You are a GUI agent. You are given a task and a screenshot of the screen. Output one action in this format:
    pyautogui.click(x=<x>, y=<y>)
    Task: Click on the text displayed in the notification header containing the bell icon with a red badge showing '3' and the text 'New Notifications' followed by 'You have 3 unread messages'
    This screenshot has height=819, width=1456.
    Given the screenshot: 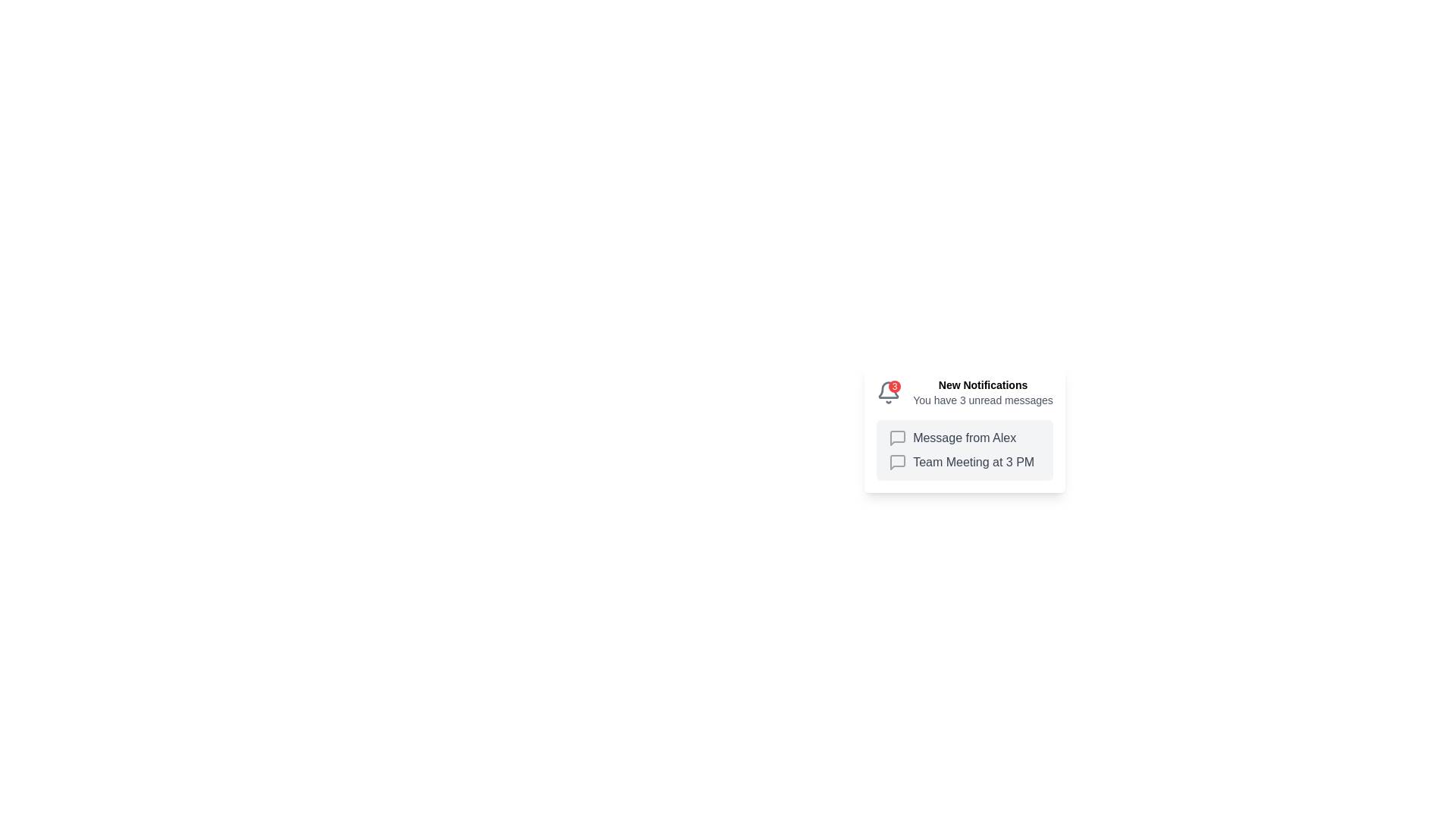 What is the action you would take?
    pyautogui.click(x=964, y=391)
    